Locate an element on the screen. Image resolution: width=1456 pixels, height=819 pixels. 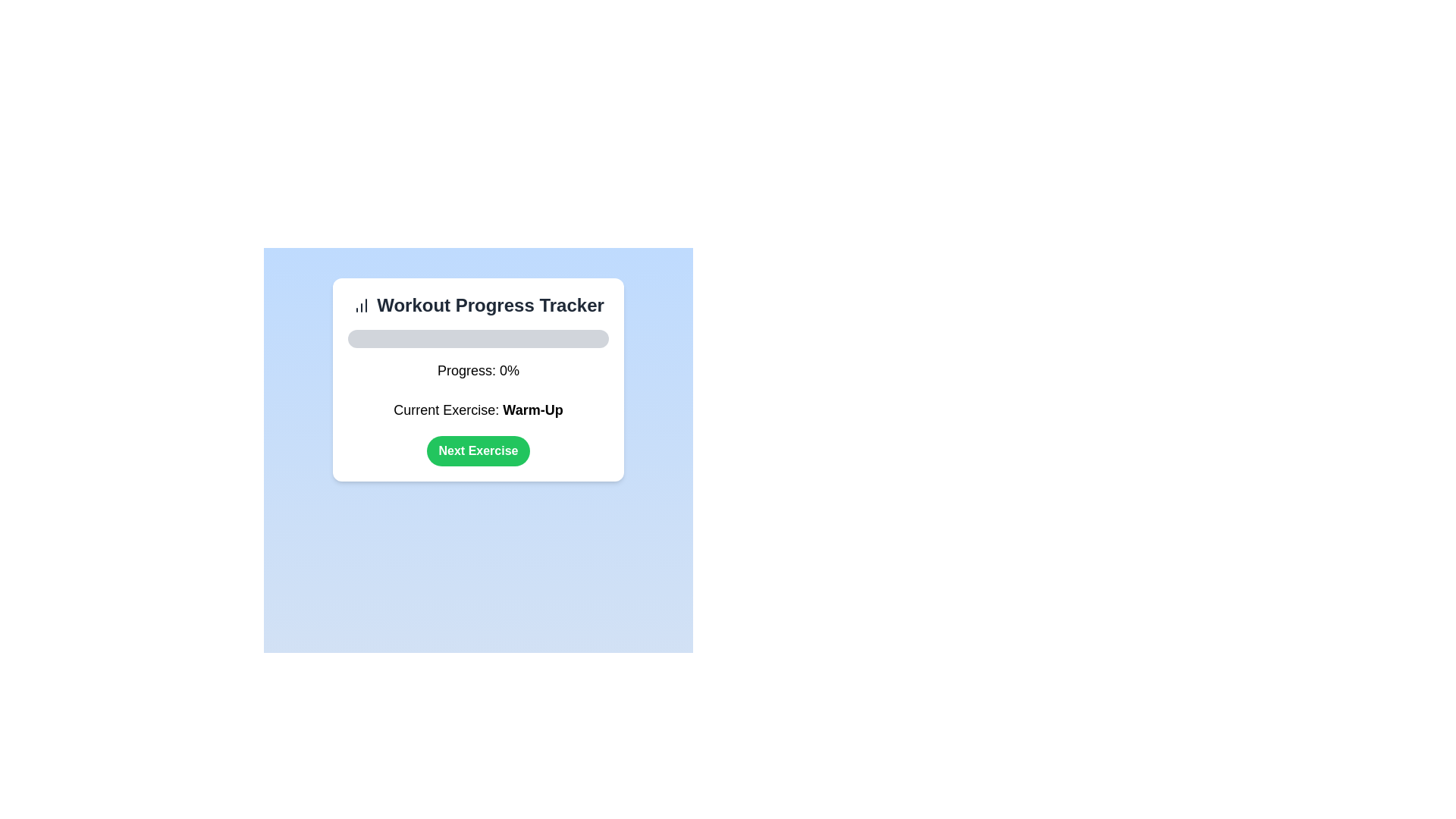
the 'Workout Progress Tracker' title text label with icon, which is positioned at the top of the card above the progress bar is located at coordinates (477, 305).